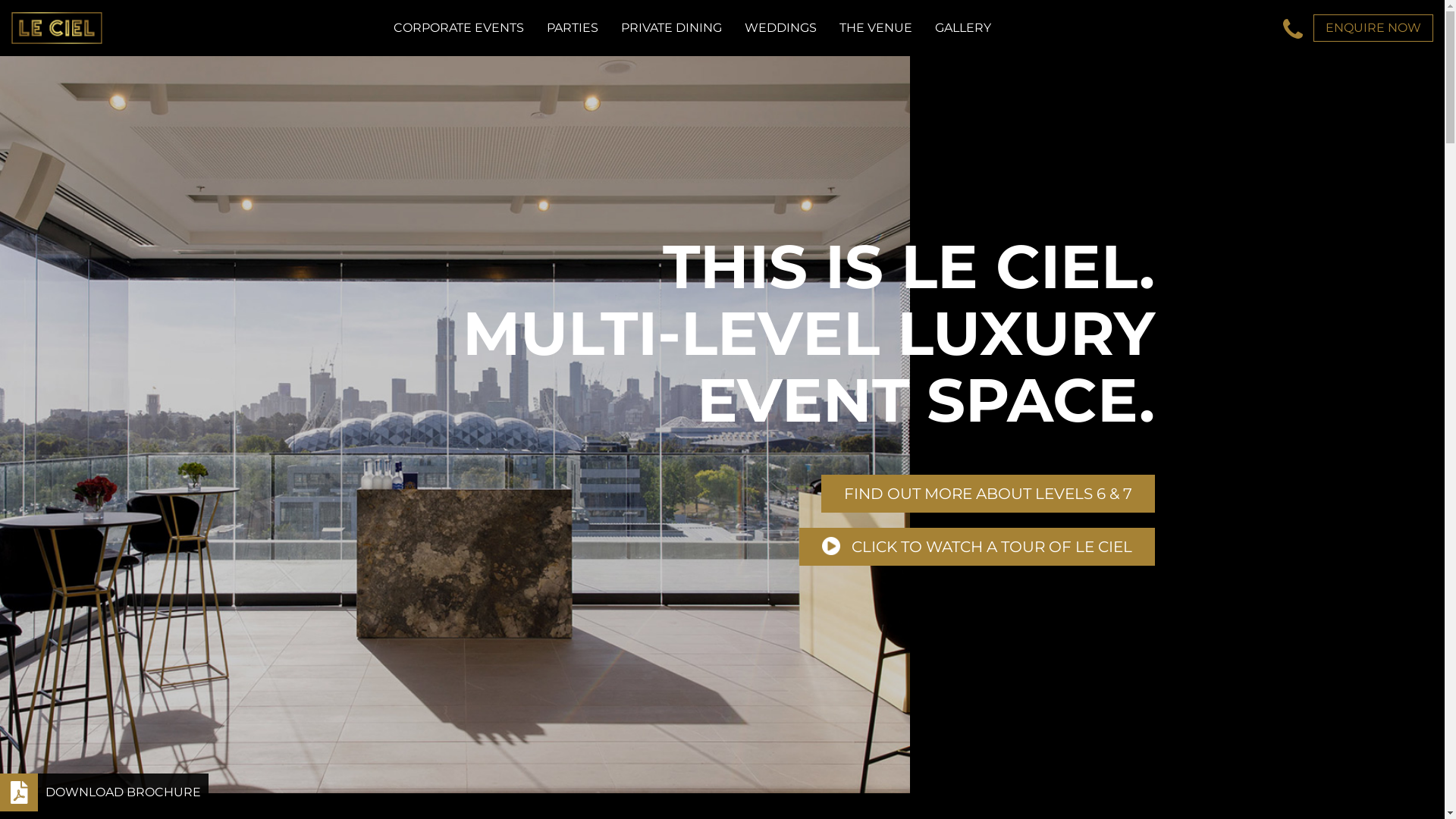 Image resolution: width=1456 pixels, height=819 pixels. I want to click on 'DOWNLOAD BROCHURE', so click(103, 792).